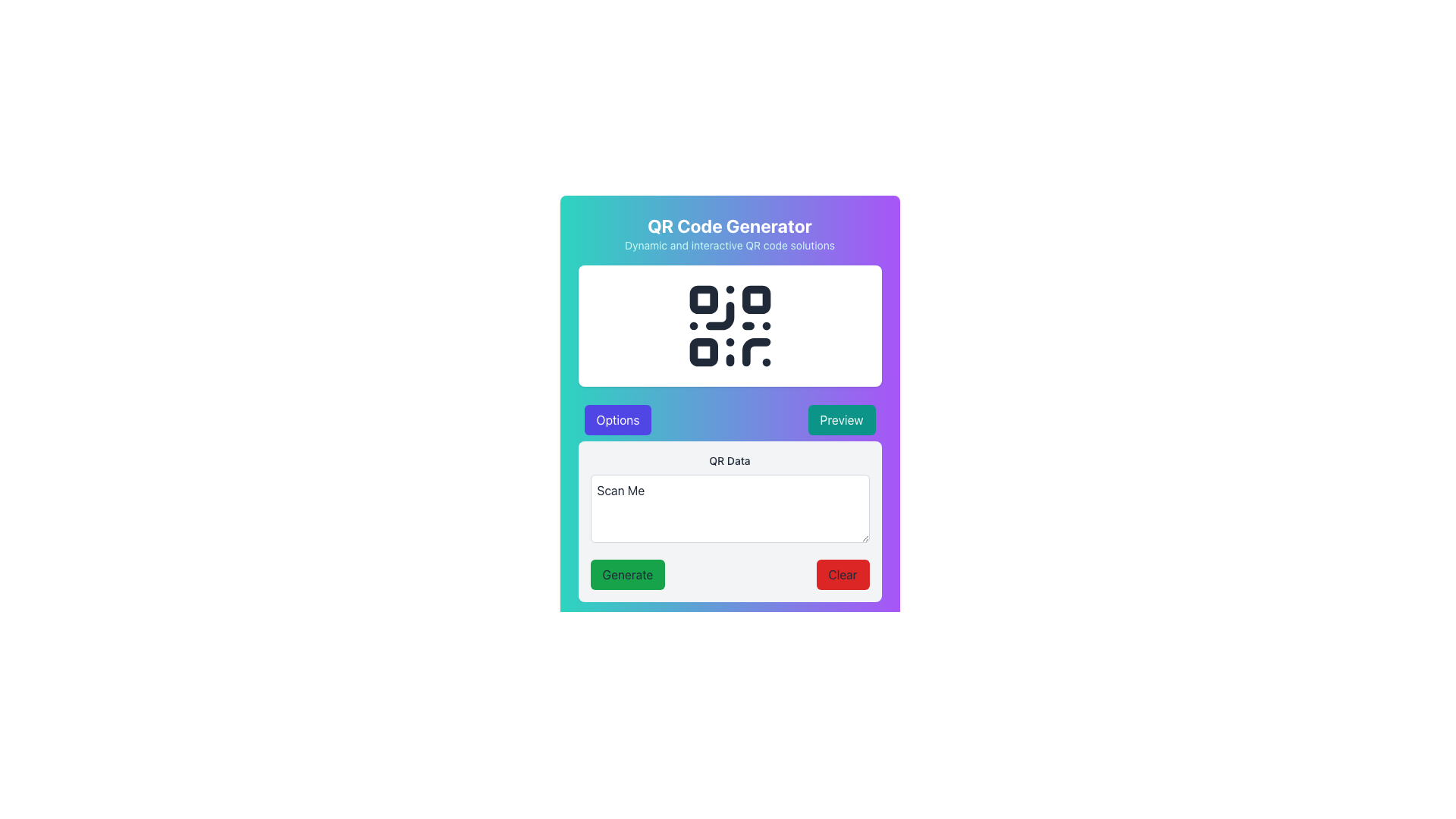 This screenshot has width=1456, height=819. What do you see at coordinates (719, 315) in the screenshot?
I see `the decorative element within the QR code layout, which is positioned in the center of the display` at bounding box center [719, 315].